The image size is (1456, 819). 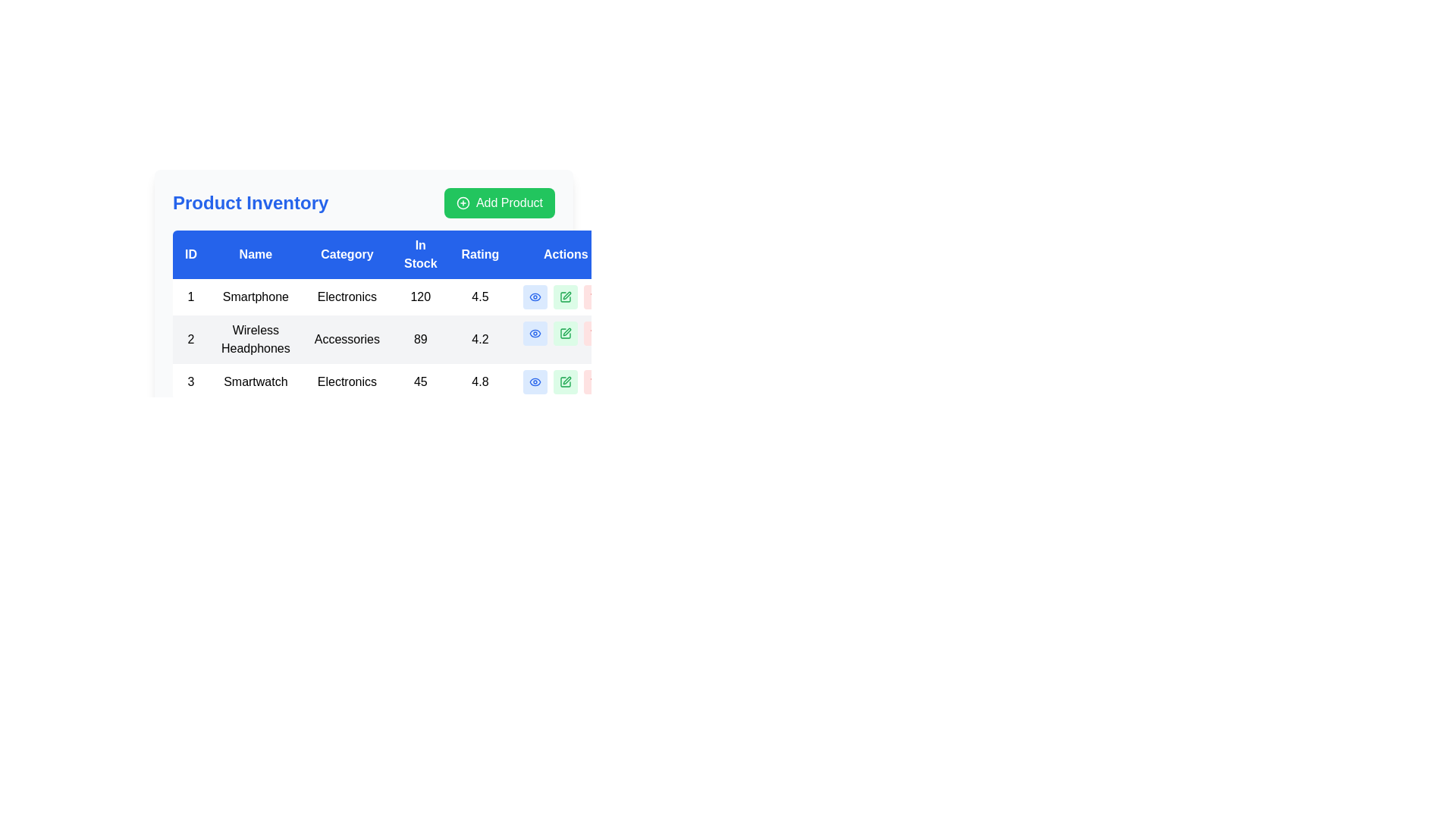 What do you see at coordinates (420, 338) in the screenshot?
I see `the table cell displaying the number '89' in bold font` at bounding box center [420, 338].